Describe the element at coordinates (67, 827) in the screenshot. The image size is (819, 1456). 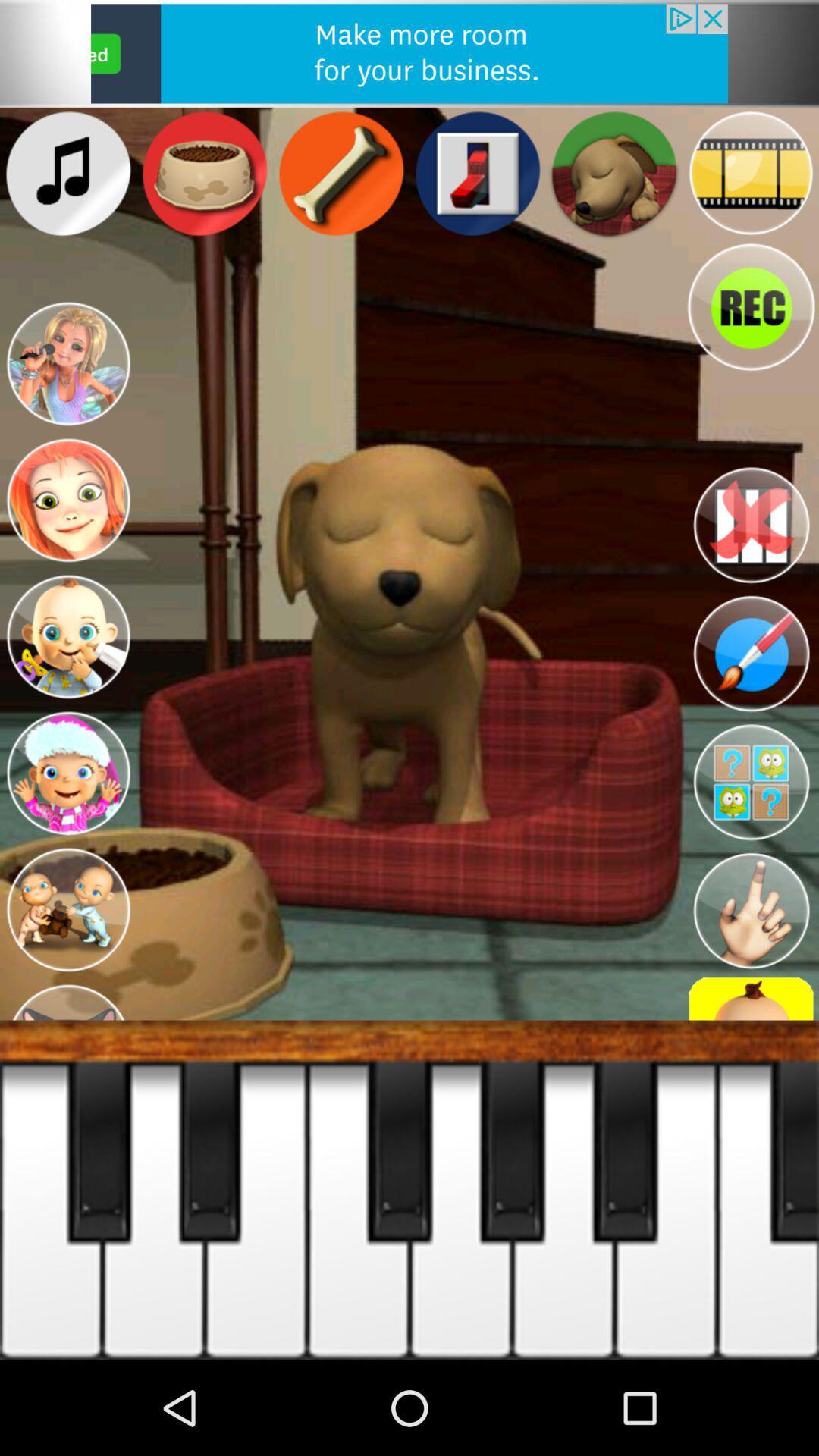
I see `the avatar icon` at that location.